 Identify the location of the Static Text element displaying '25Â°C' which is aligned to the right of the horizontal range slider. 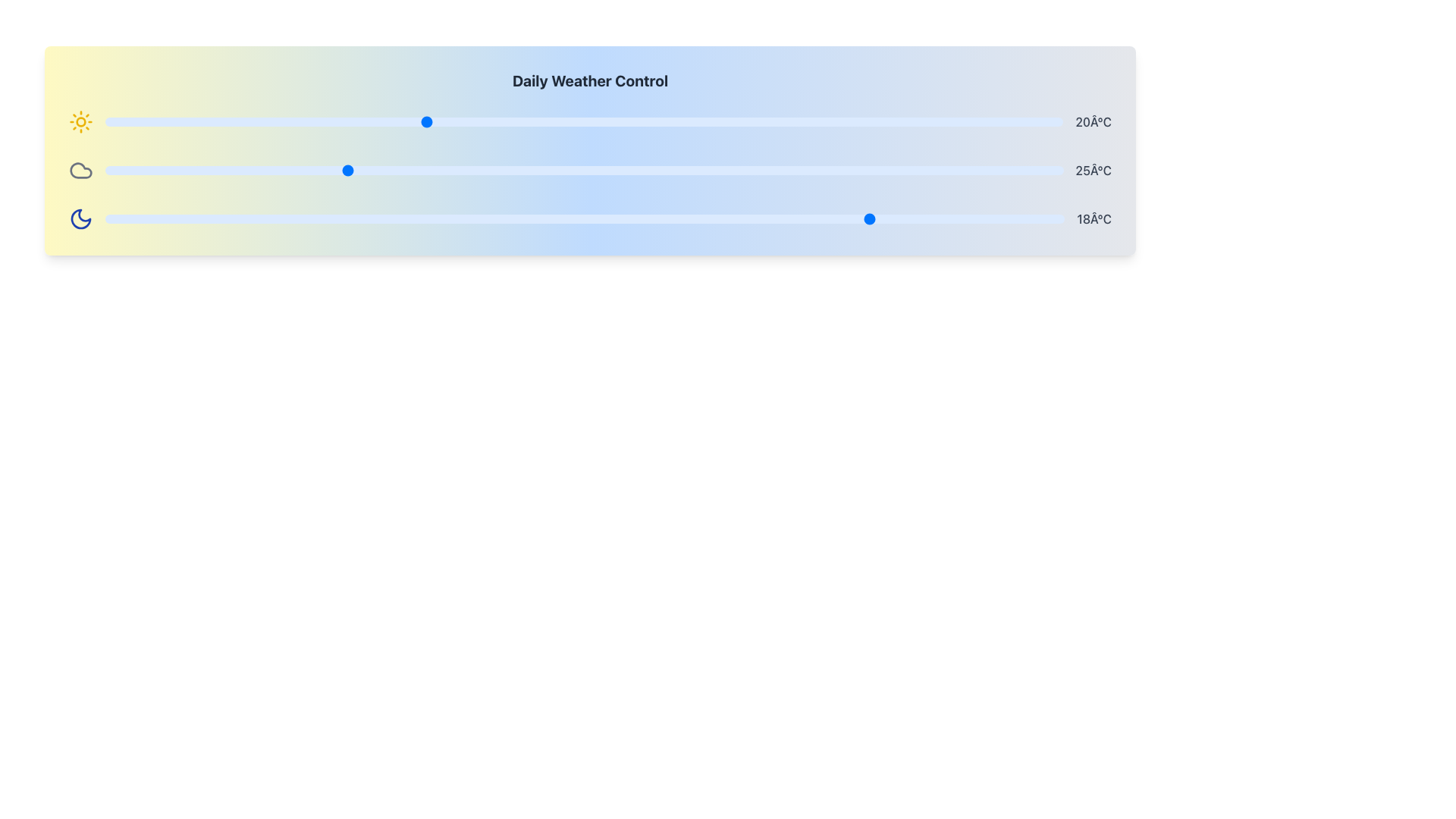
(1094, 170).